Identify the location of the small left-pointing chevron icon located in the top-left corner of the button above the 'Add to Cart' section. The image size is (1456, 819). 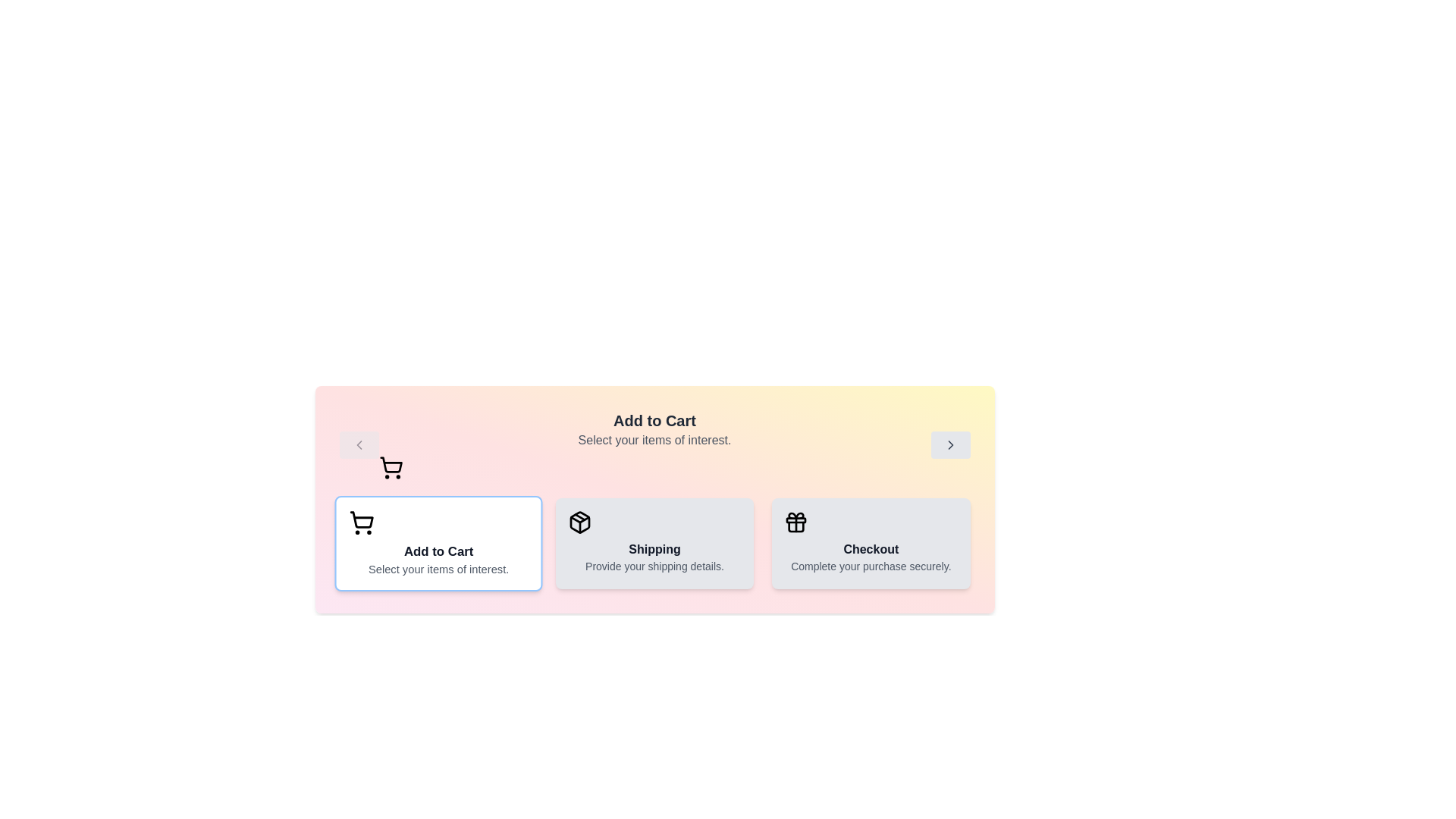
(358, 444).